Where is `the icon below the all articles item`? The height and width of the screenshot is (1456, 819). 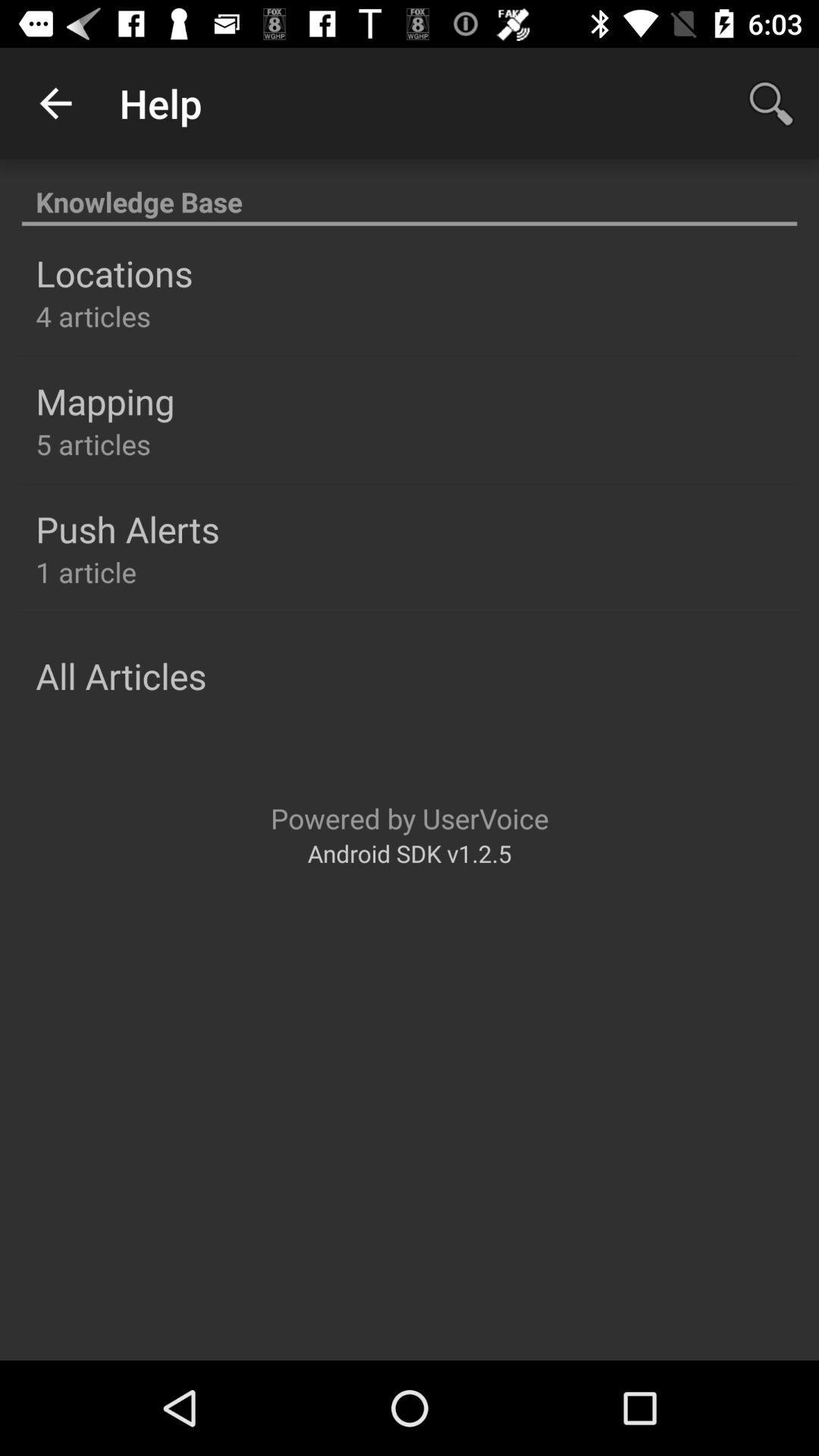
the icon below the all articles item is located at coordinates (409, 817).